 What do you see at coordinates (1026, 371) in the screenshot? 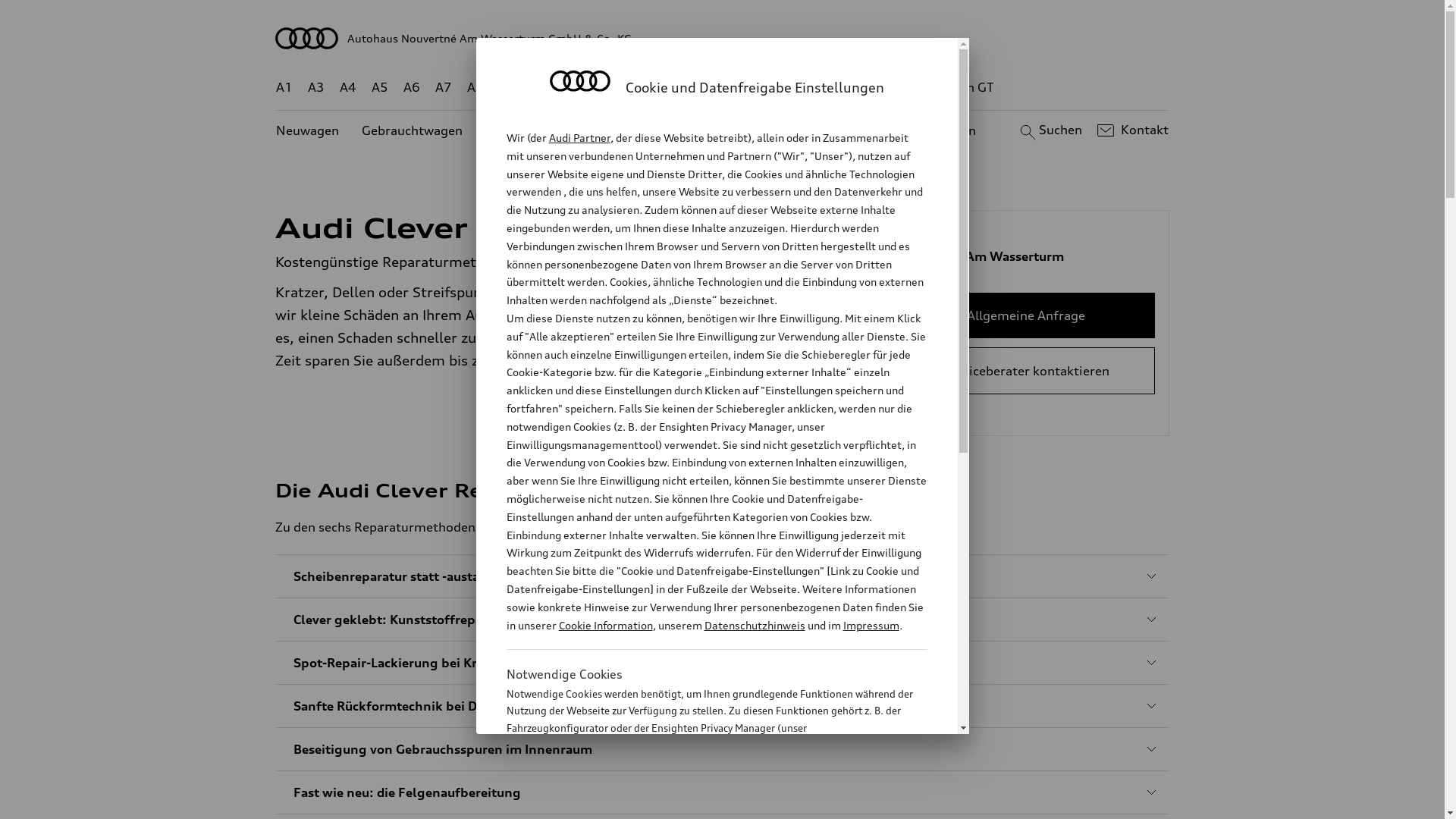
I see `'Serviceberater kontaktieren'` at bounding box center [1026, 371].